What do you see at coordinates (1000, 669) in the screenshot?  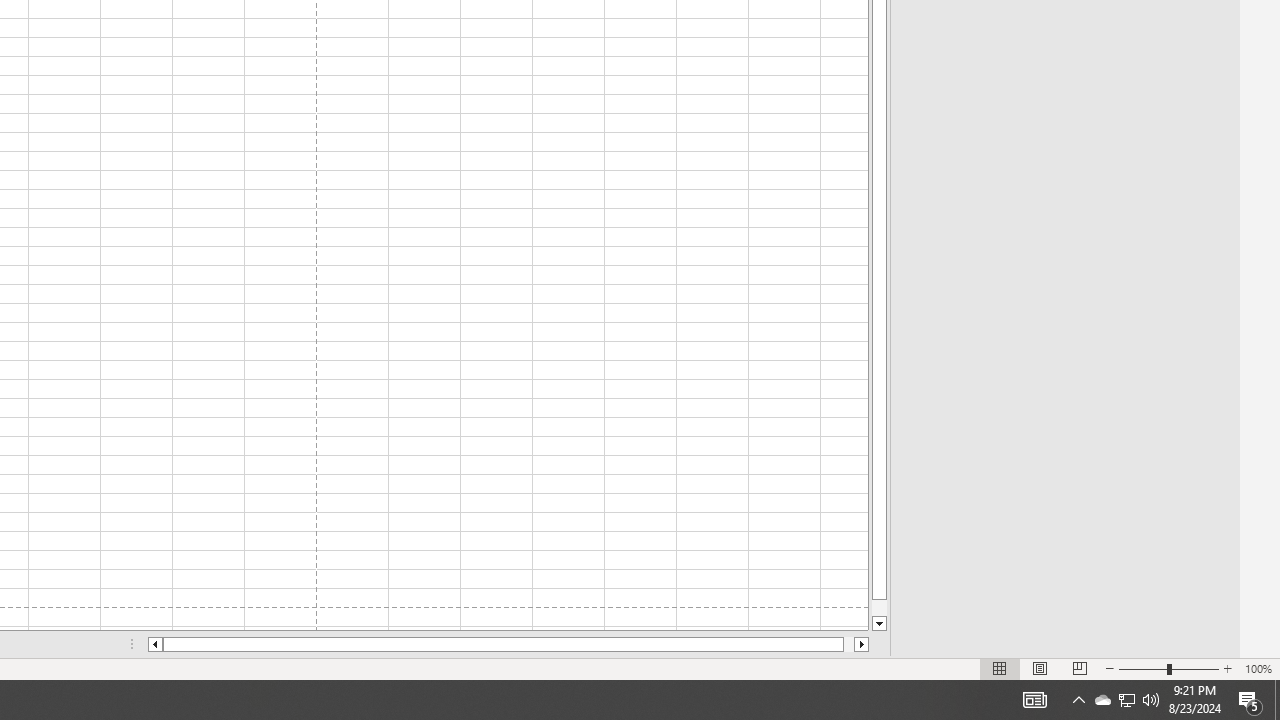 I see `'Normal'` at bounding box center [1000, 669].